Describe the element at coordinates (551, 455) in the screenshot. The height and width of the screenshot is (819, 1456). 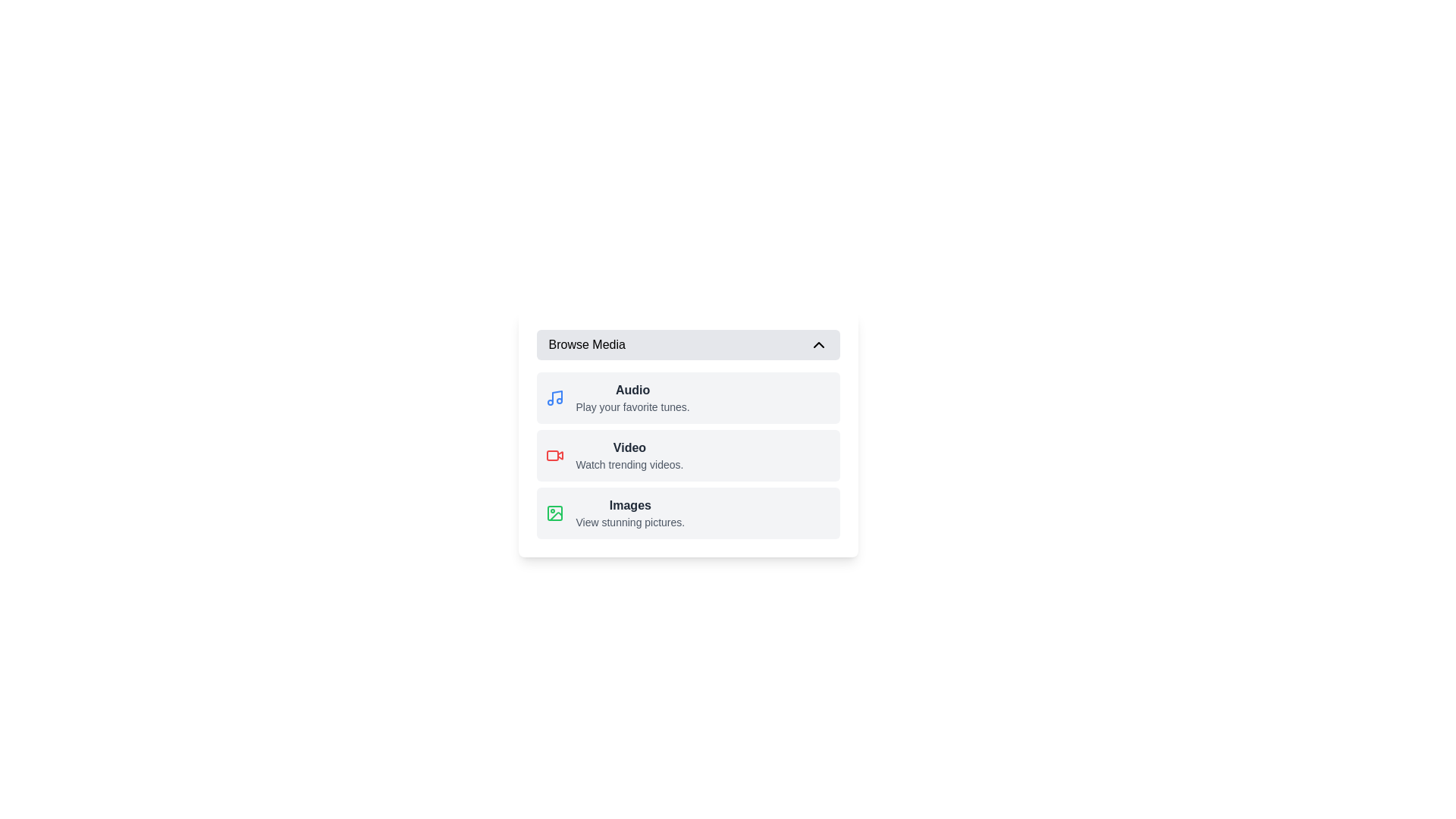
I see `the decorative graphic representing the 'Video' option, located to the left of the text 'Video'` at that location.